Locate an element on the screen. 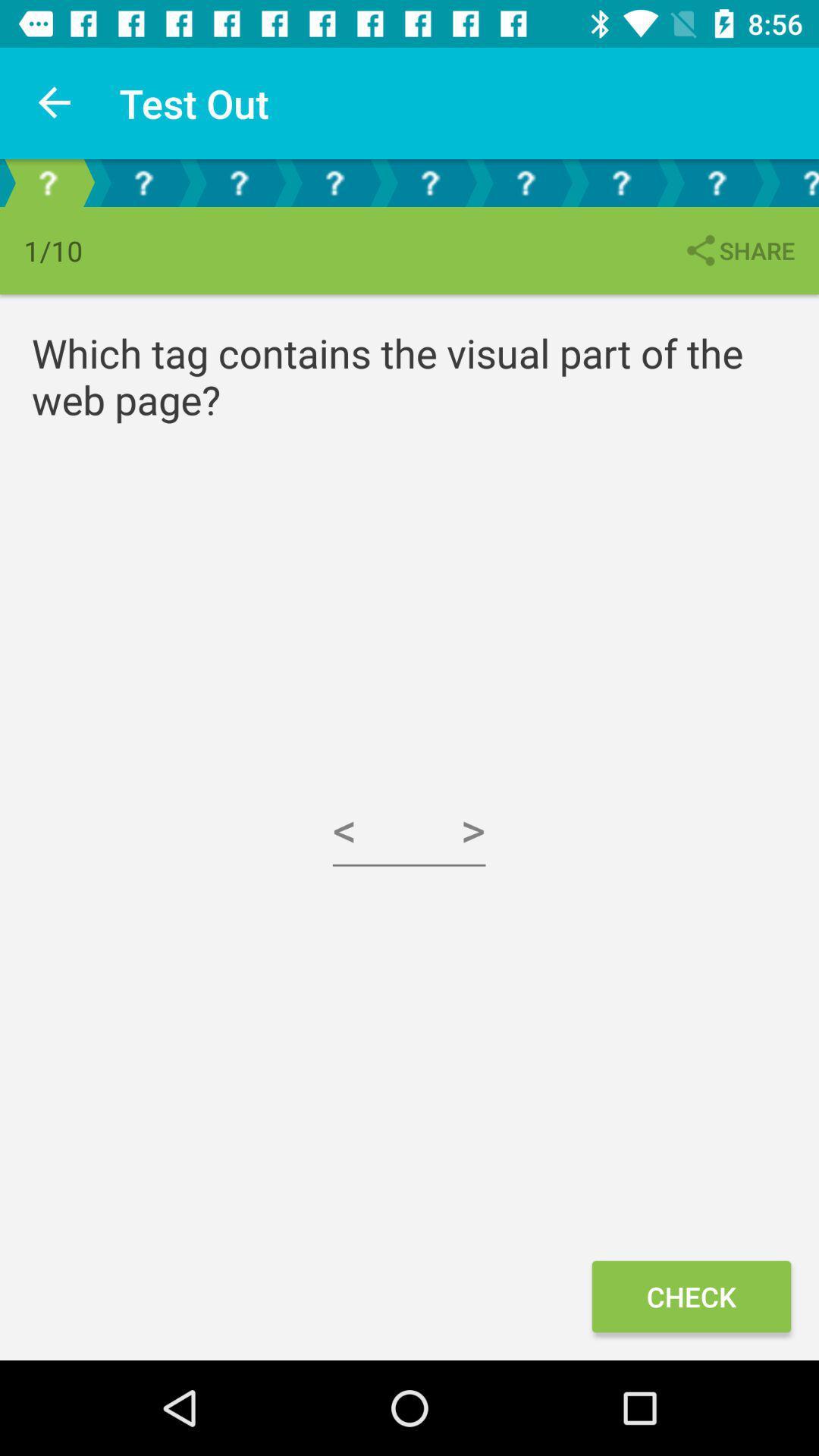  question 2 of 10 is located at coordinates (143, 182).